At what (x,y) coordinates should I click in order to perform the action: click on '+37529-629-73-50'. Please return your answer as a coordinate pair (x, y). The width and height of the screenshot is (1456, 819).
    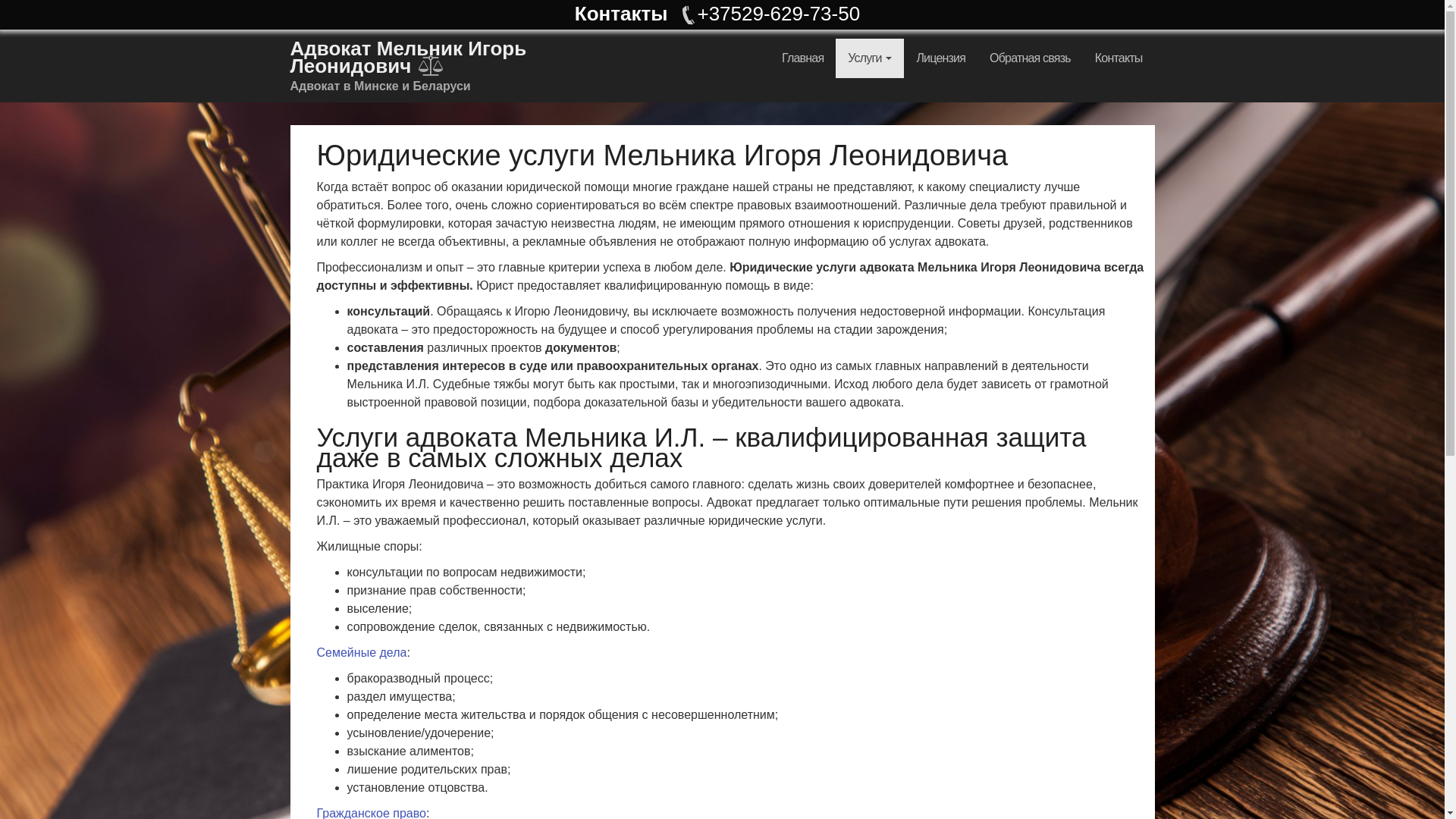
    Looking at the image, I should click on (768, 14).